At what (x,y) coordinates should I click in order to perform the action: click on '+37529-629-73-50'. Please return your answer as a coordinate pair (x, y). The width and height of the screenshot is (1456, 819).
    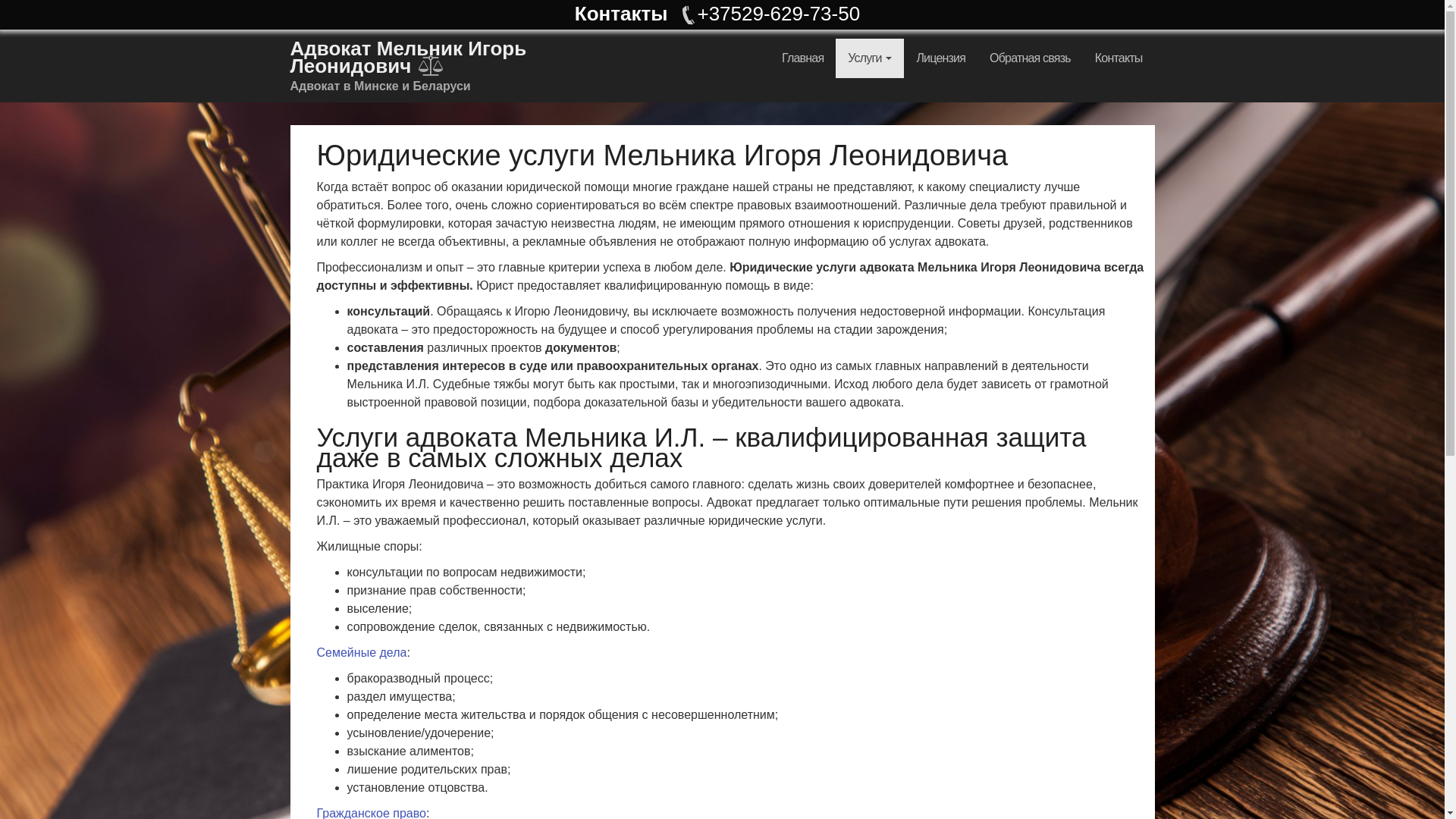
    Looking at the image, I should click on (768, 14).